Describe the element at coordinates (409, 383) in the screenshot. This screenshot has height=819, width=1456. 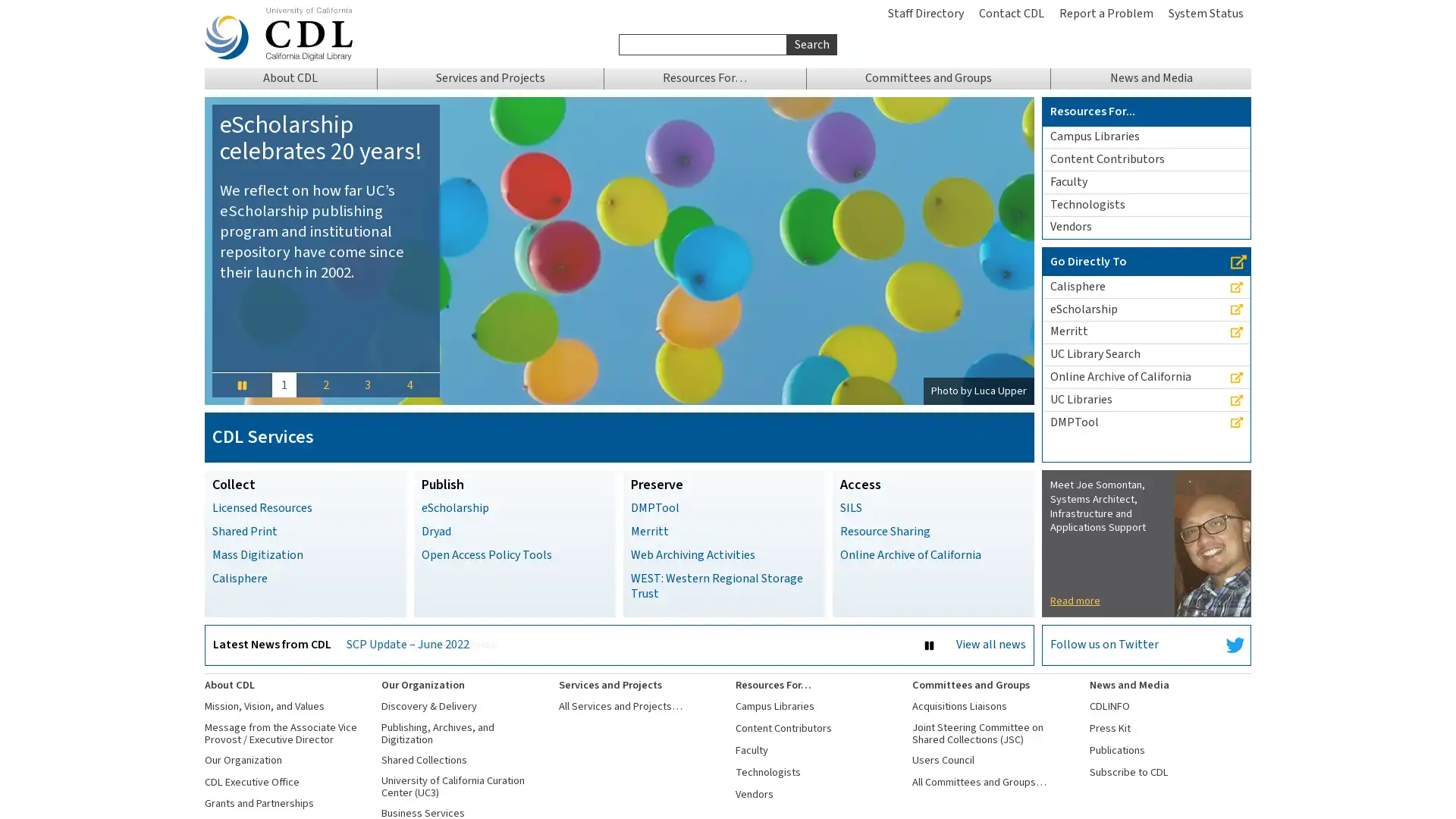
I see `go to slide 4 of 4` at that location.